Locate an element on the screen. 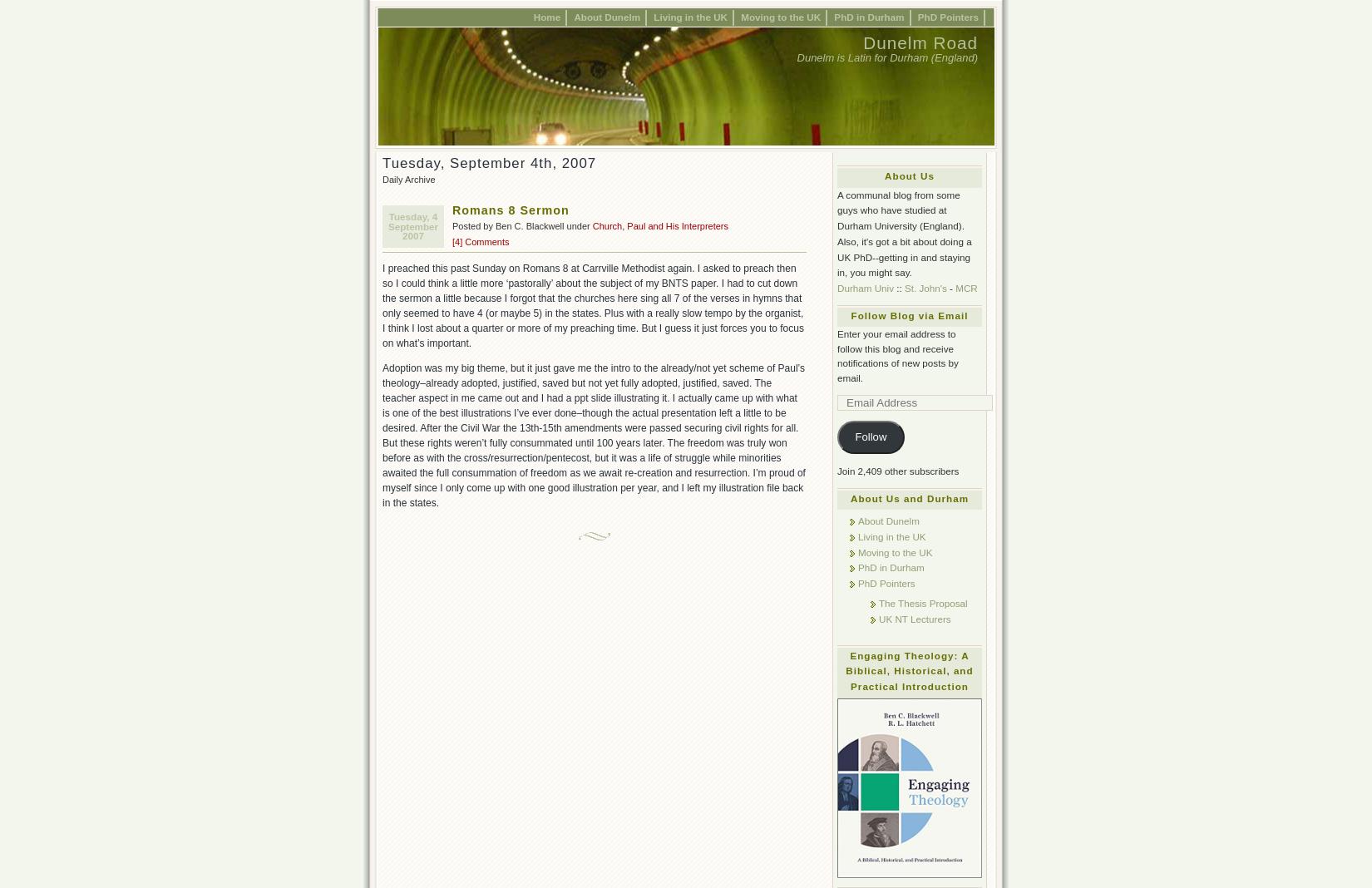 This screenshot has width=1372, height=888. 'MCR' is located at coordinates (965, 287).